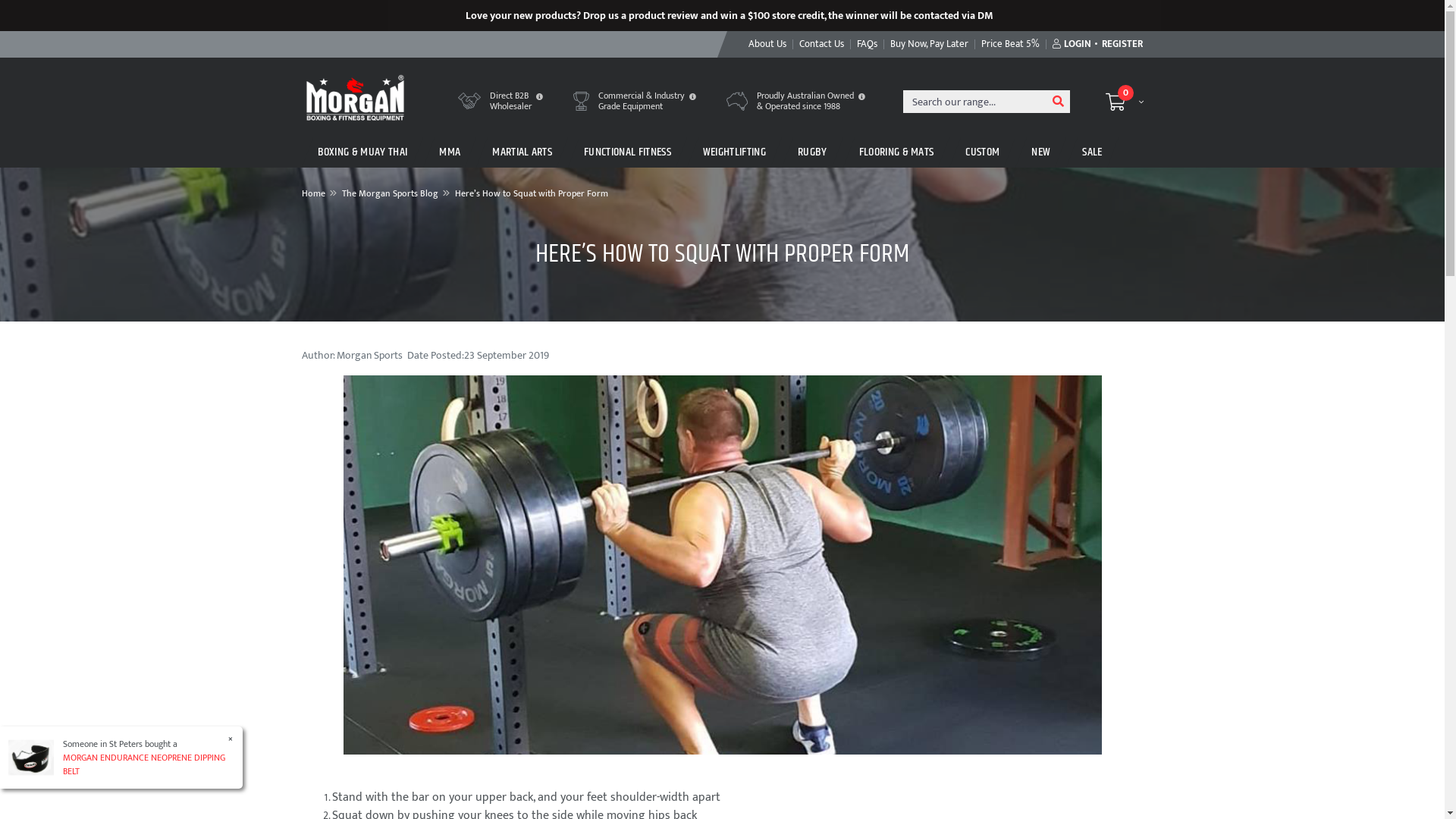 The width and height of the screenshot is (1456, 819). What do you see at coordinates (1092, 152) in the screenshot?
I see `'SALE'` at bounding box center [1092, 152].